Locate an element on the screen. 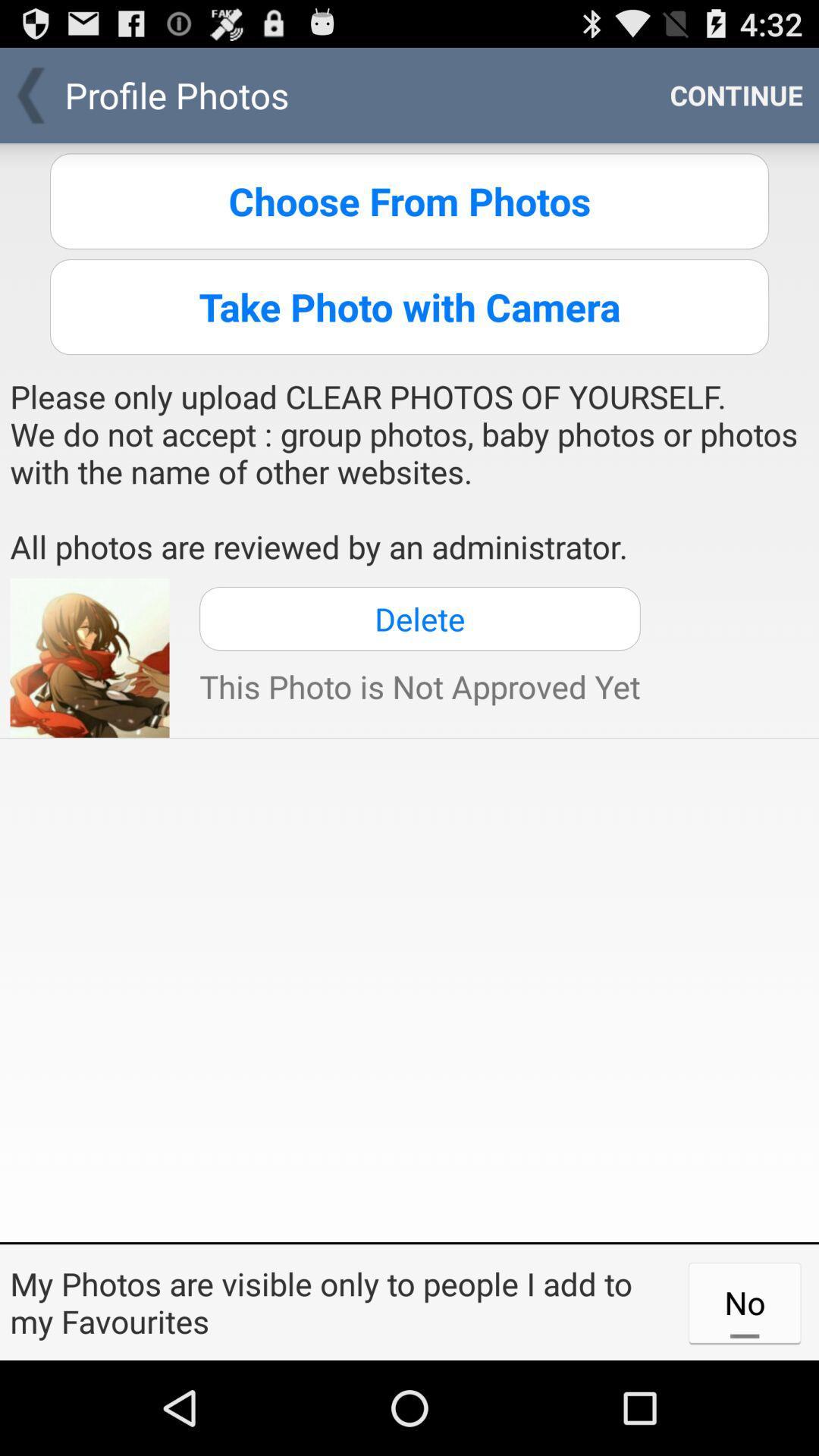  the no icon is located at coordinates (744, 1301).